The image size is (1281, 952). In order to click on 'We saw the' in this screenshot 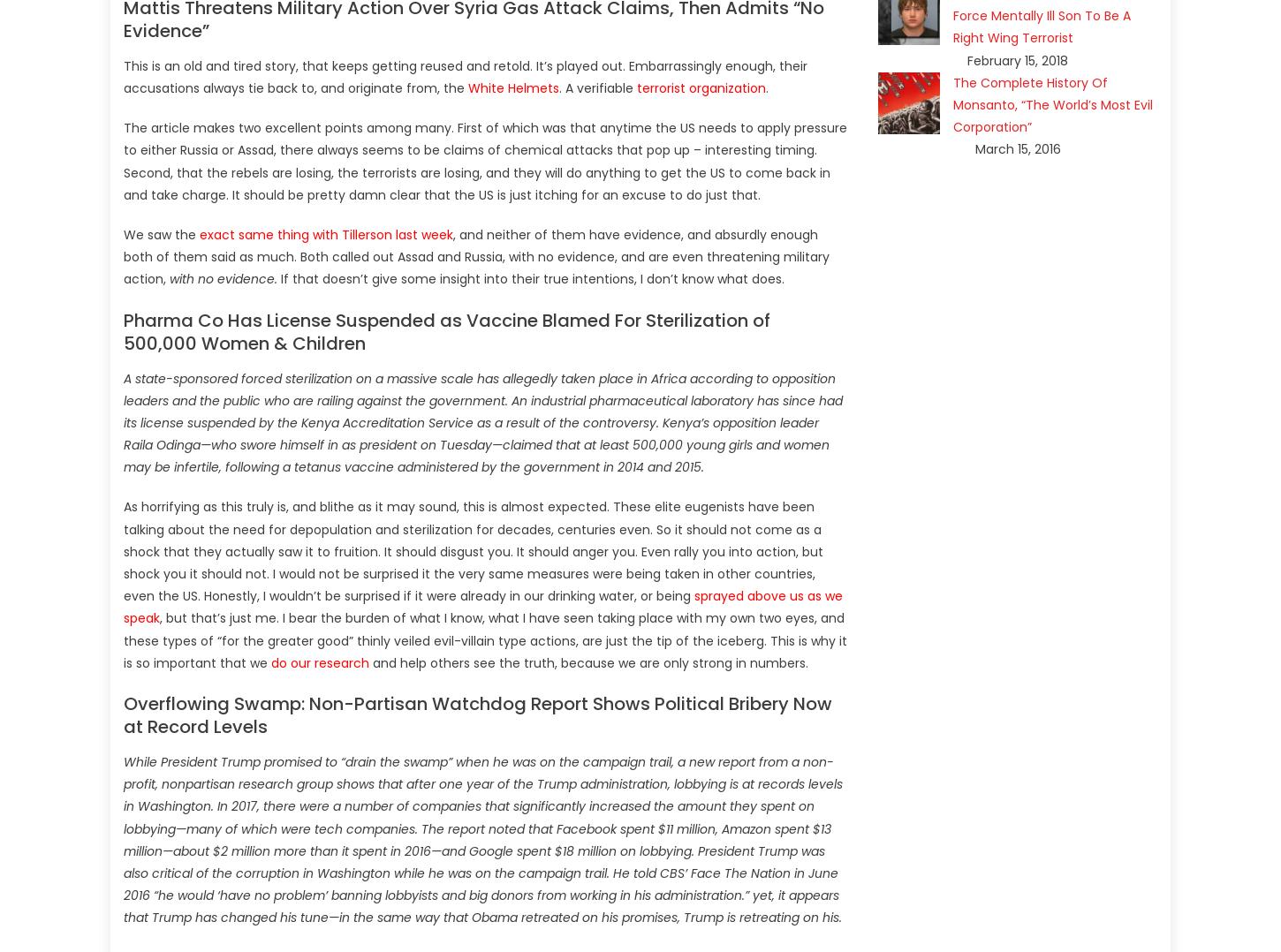, I will do `click(160, 232)`.